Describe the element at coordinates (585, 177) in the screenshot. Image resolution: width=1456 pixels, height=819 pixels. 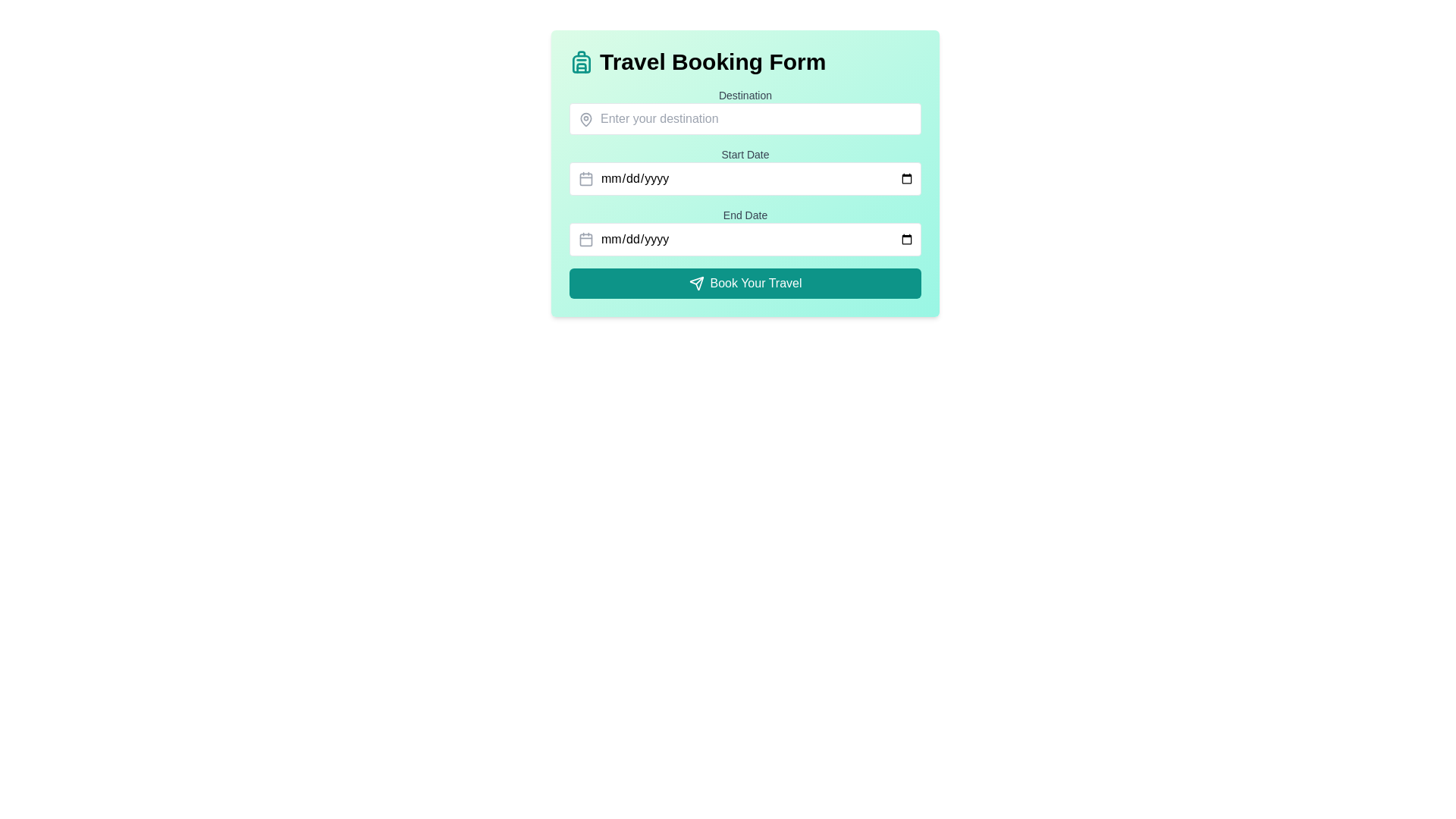
I see `the SVG rectangle graphic element inside the calendar icon, which is positioned near the 'Start Date' label and input field` at that location.